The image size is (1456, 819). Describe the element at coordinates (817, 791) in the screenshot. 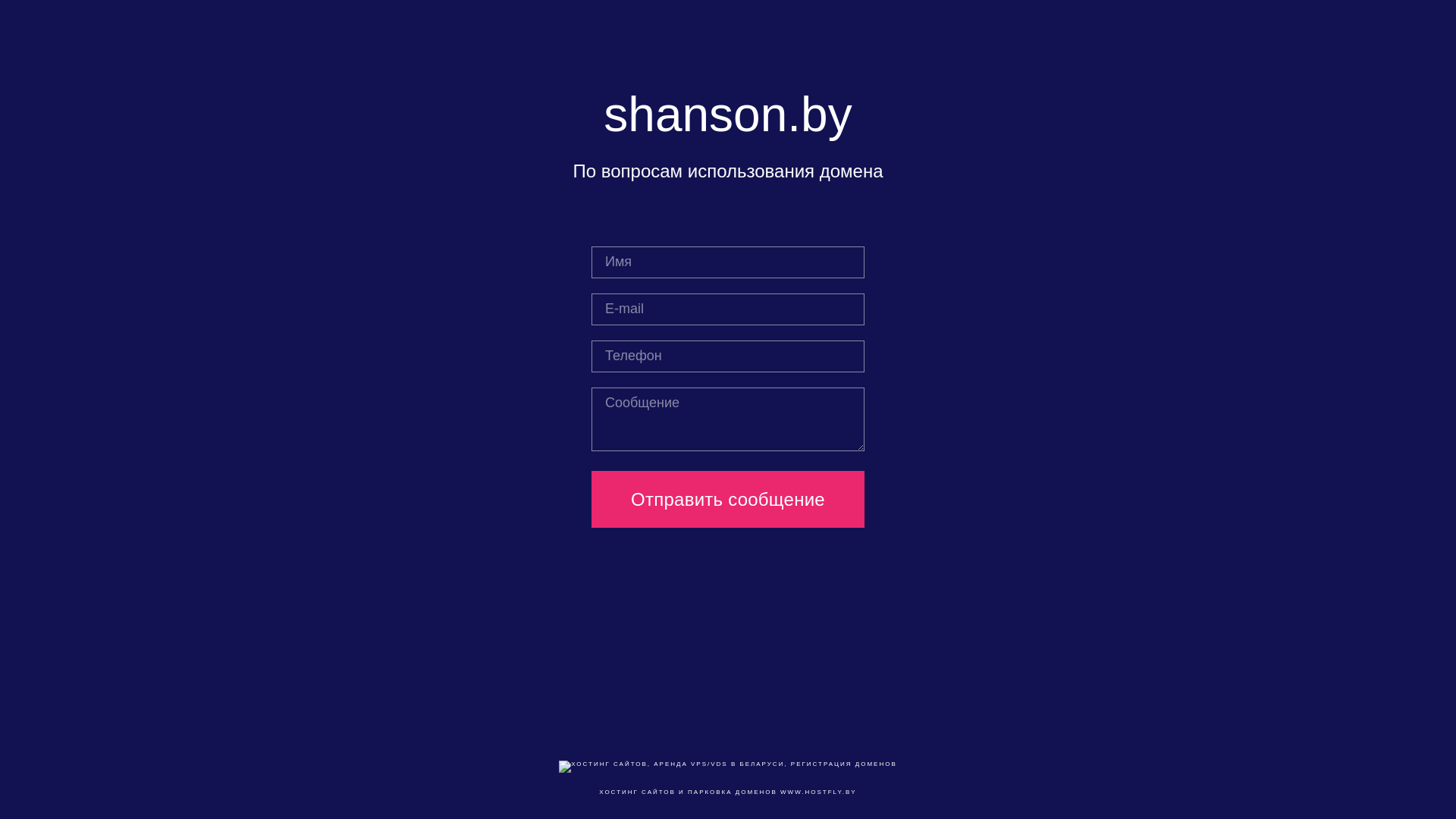

I see `'WWW.HOSTFLY.BY'` at that location.